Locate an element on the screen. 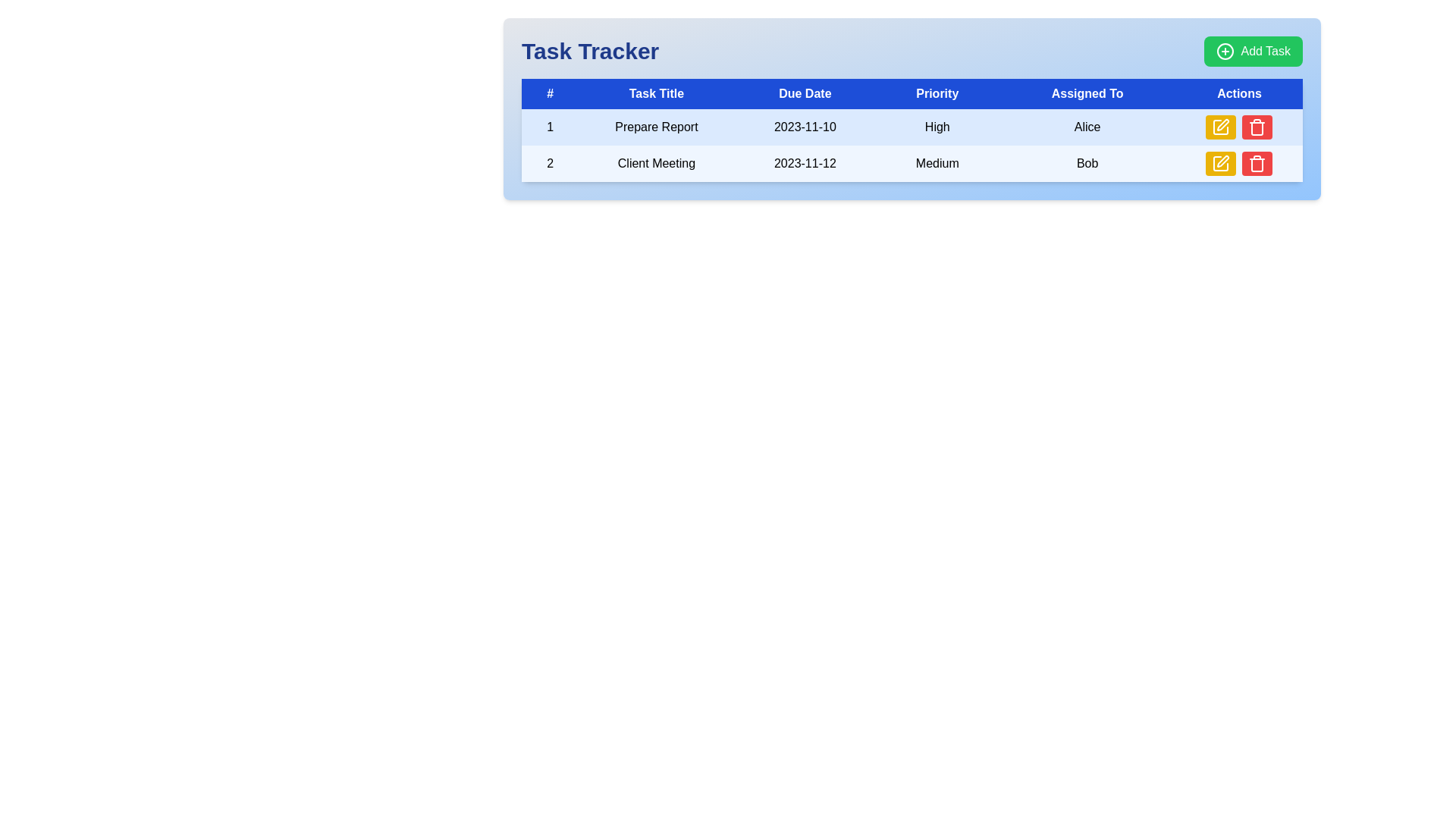 Image resolution: width=1456 pixels, height=819 pixels. the header text label indicating due date information in the table, which is the third column from the left is located at coordinates (804, 93).